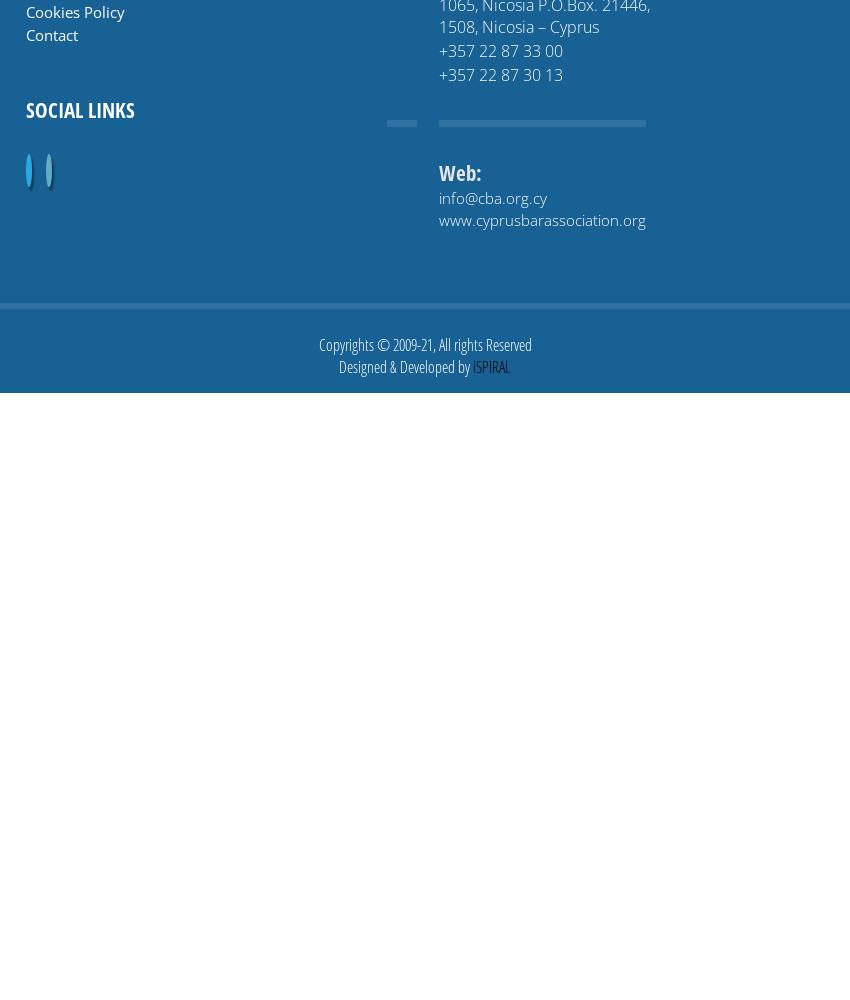 The width and height of the screenshot is (850, 1000). What do you see at coordinates (438, 173) in the screenshot?
I see `'Web:'` at bounding box center [438, 173].